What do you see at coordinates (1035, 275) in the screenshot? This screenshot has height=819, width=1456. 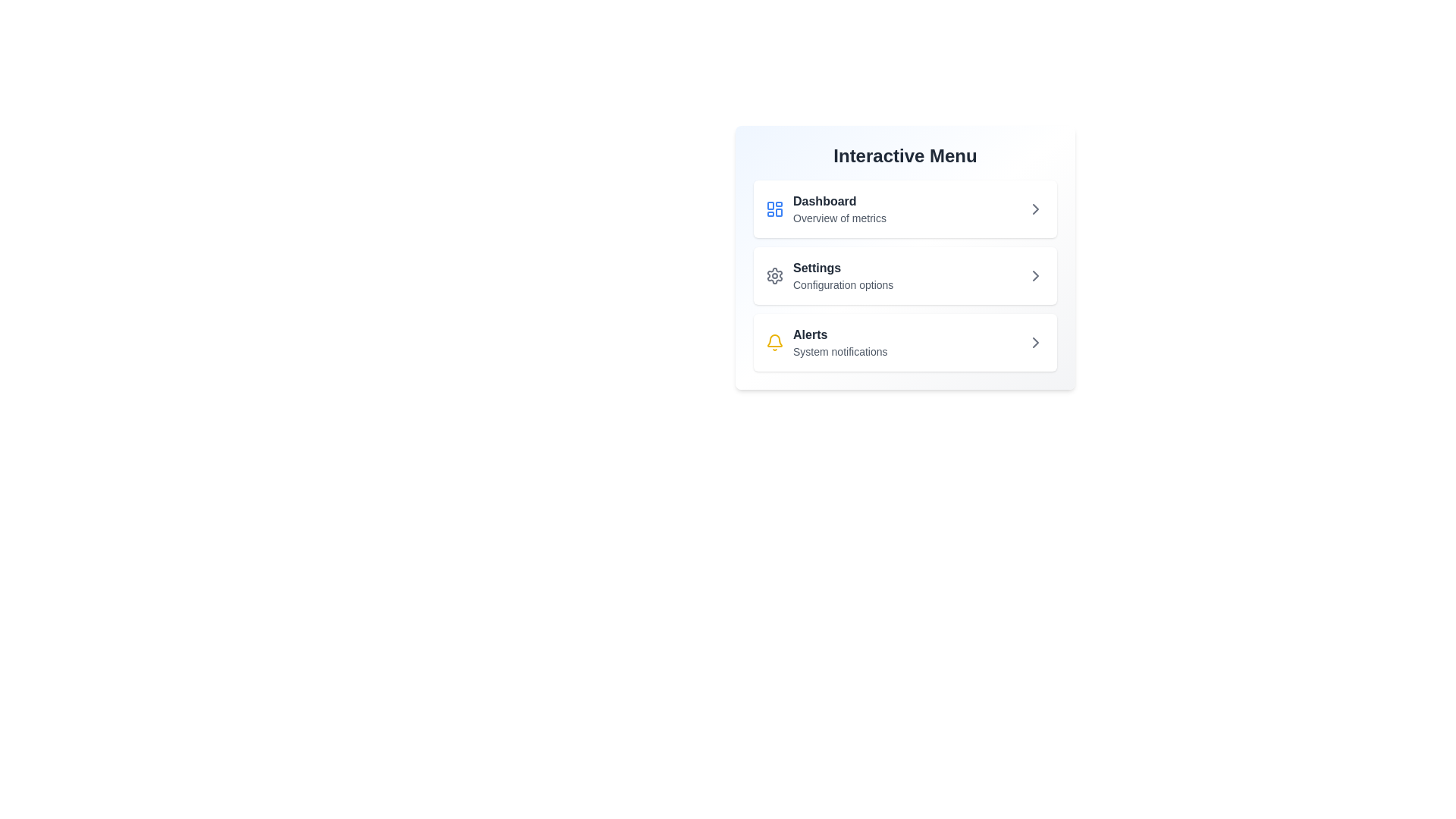 I see `the chevron icon located at the far right of the 'Settings' row in the 'Interactive Menu' panel` at bounding box center [1035, 275].